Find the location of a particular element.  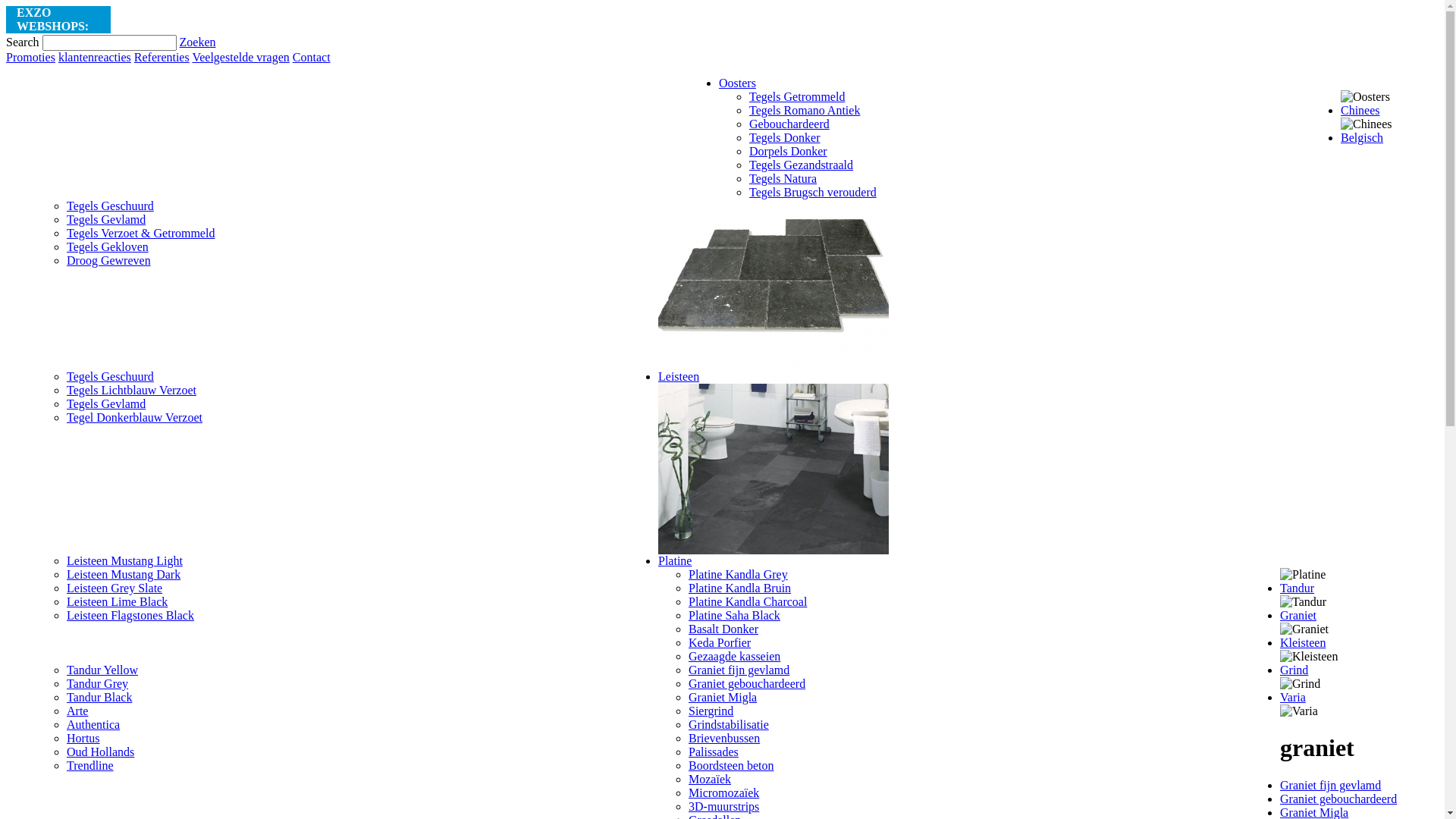

'Boordsteen beton' is located at coordinates (731, 765).